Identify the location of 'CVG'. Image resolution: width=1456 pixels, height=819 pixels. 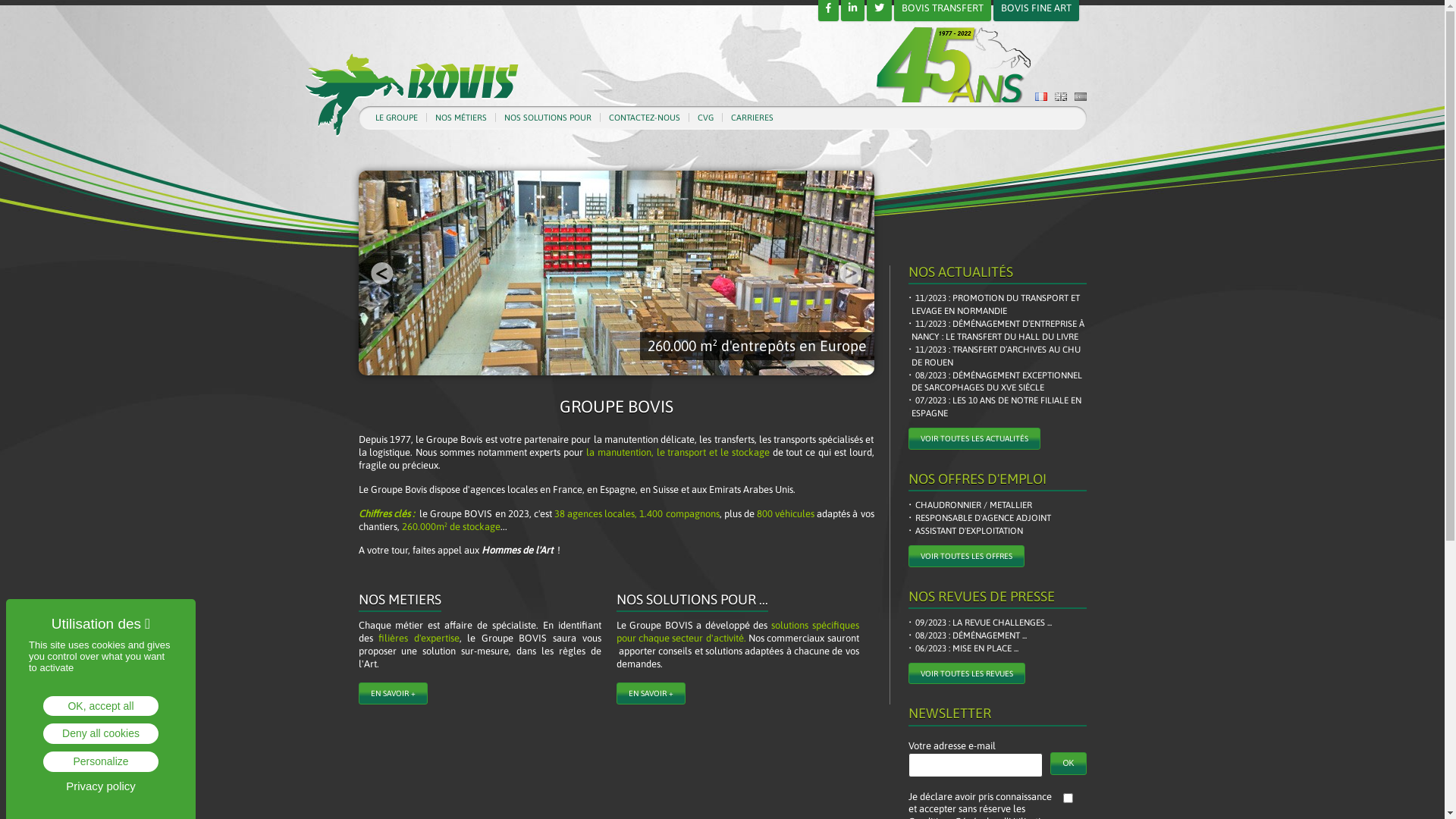
(704, 117).